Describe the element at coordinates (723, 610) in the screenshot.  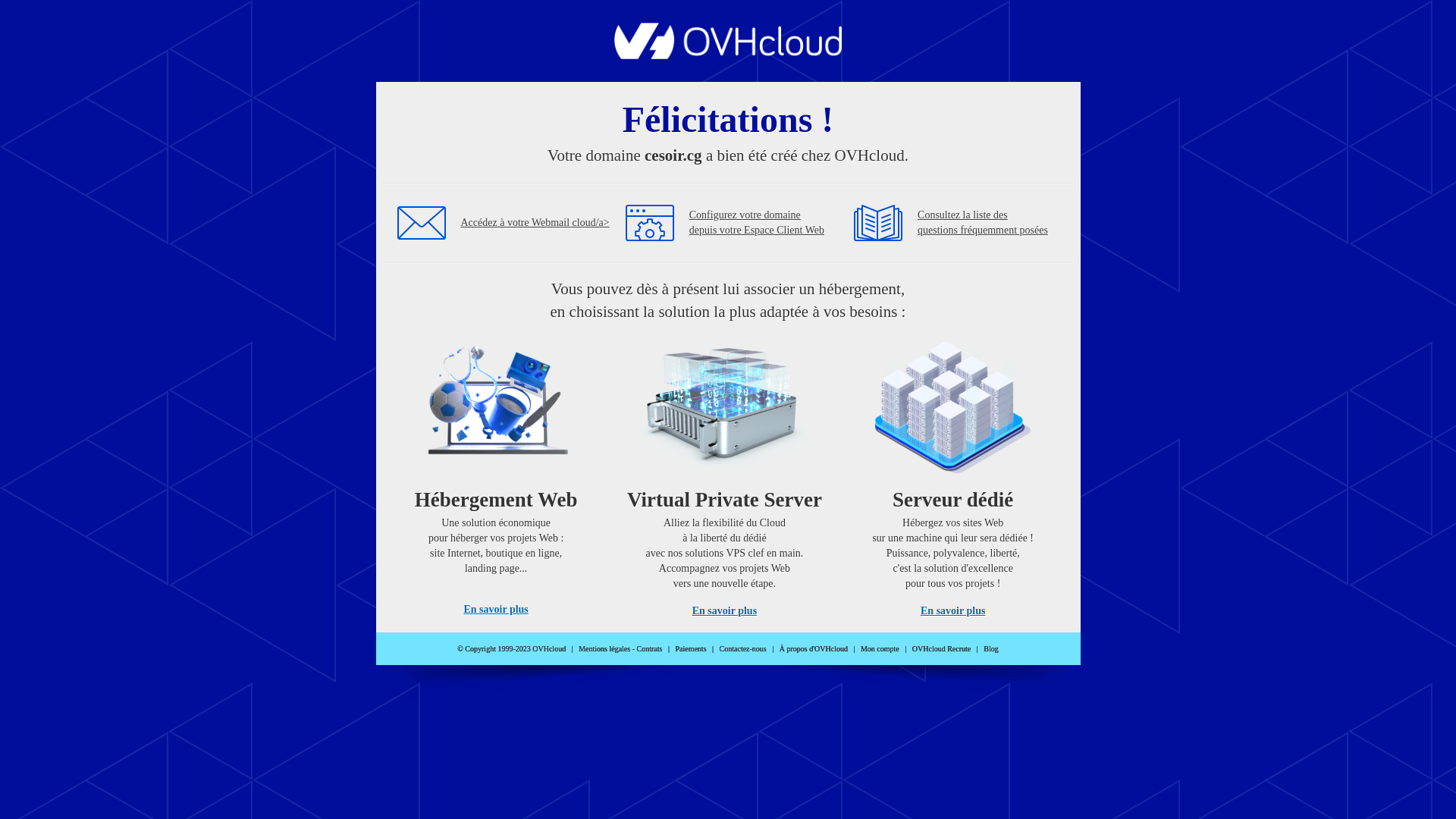
I see `'En savoir plus'` at that location.